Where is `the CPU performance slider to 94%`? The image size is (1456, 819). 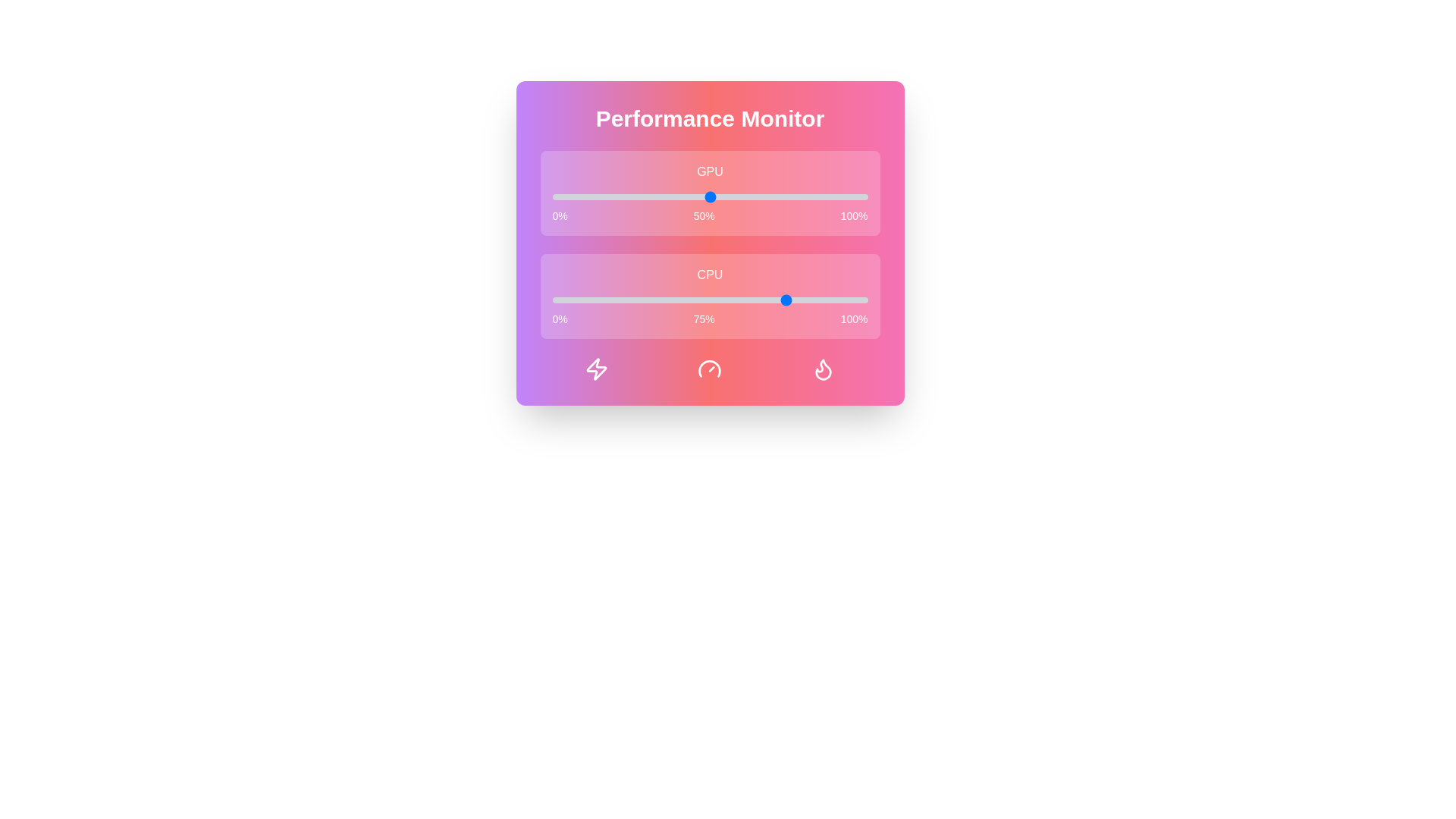
the CPU performance slider to 94% is located at coordinates (848, 300).